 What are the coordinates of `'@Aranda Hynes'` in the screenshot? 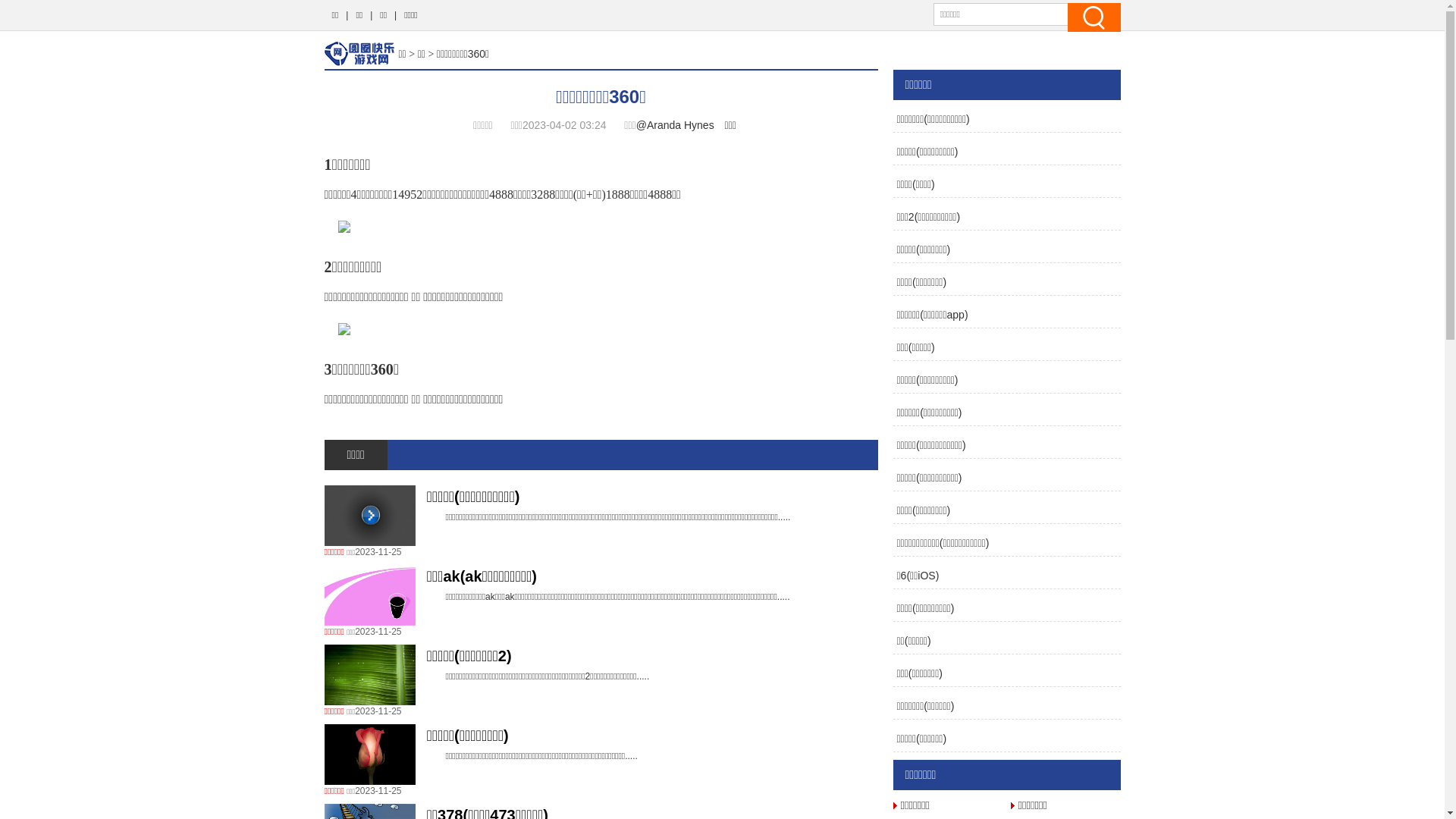 It's located at (674, 124).